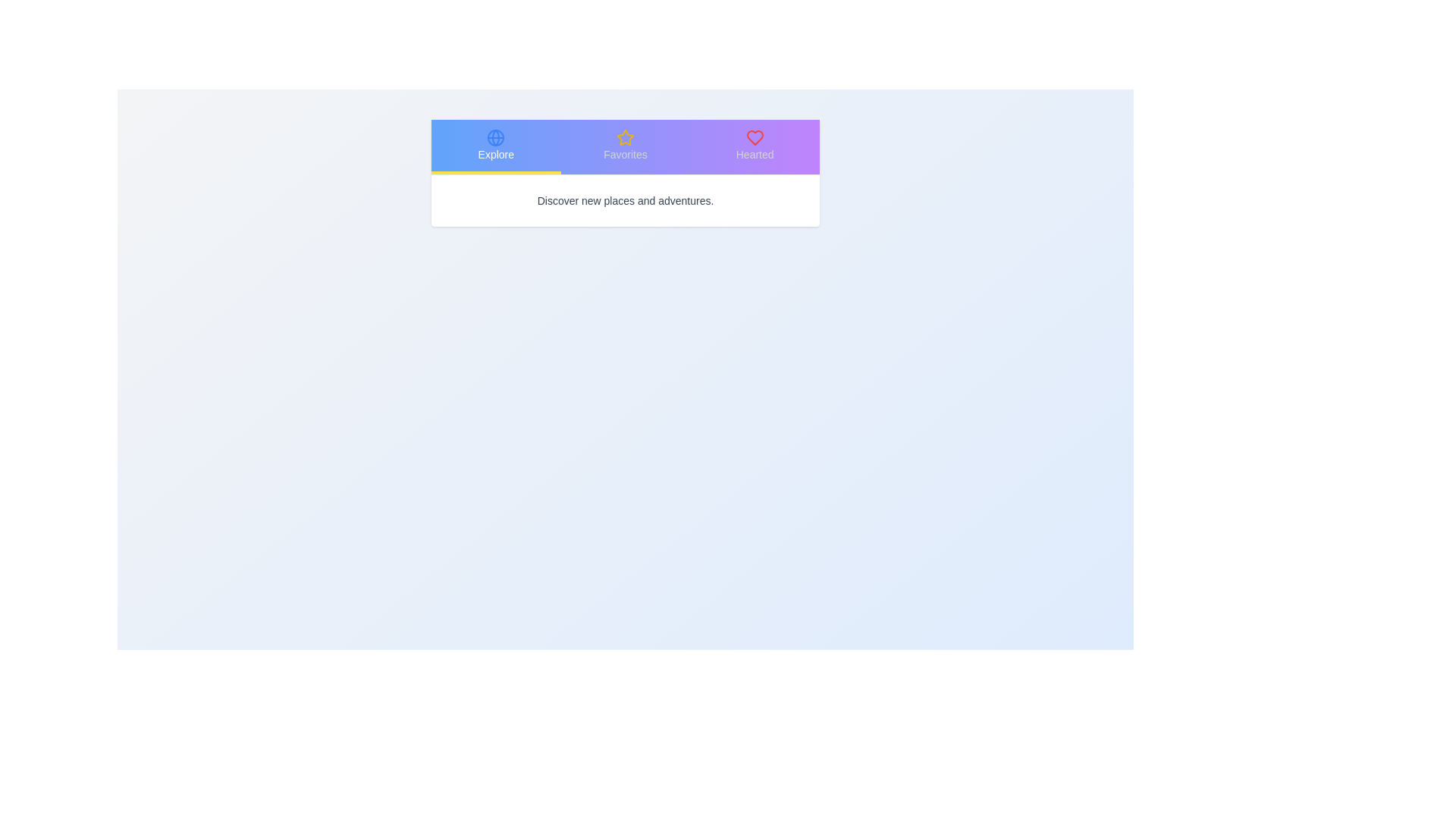 Image resolution: width=1456 pixels, height=819 pixels. Describe the element at coordinates (755, 146) in the screenshot. I see `the tab labeled Hearted` at that location.